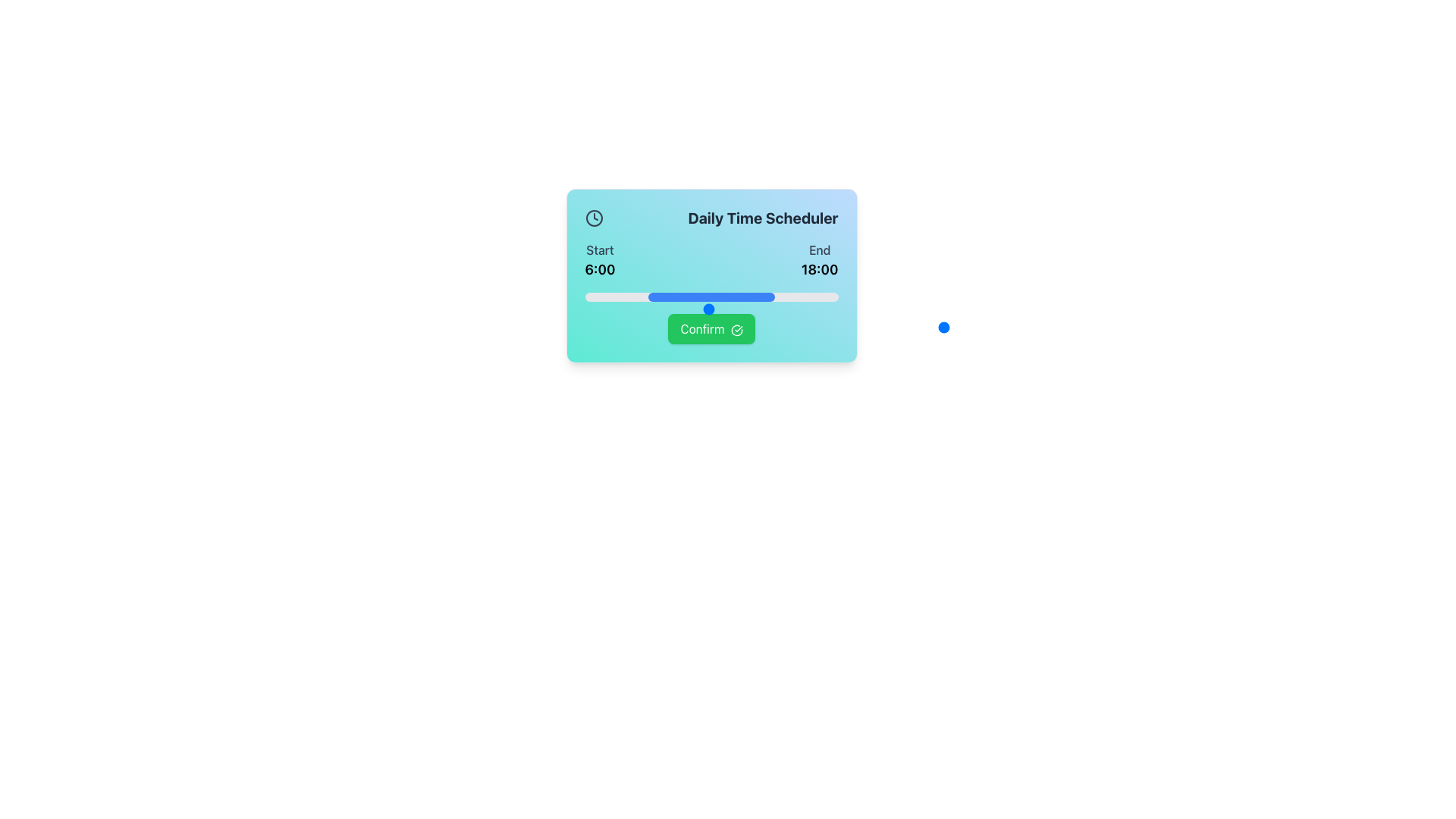 This screenshot has height=819, width=1456. I want to click on the slider, so click(809, 297).